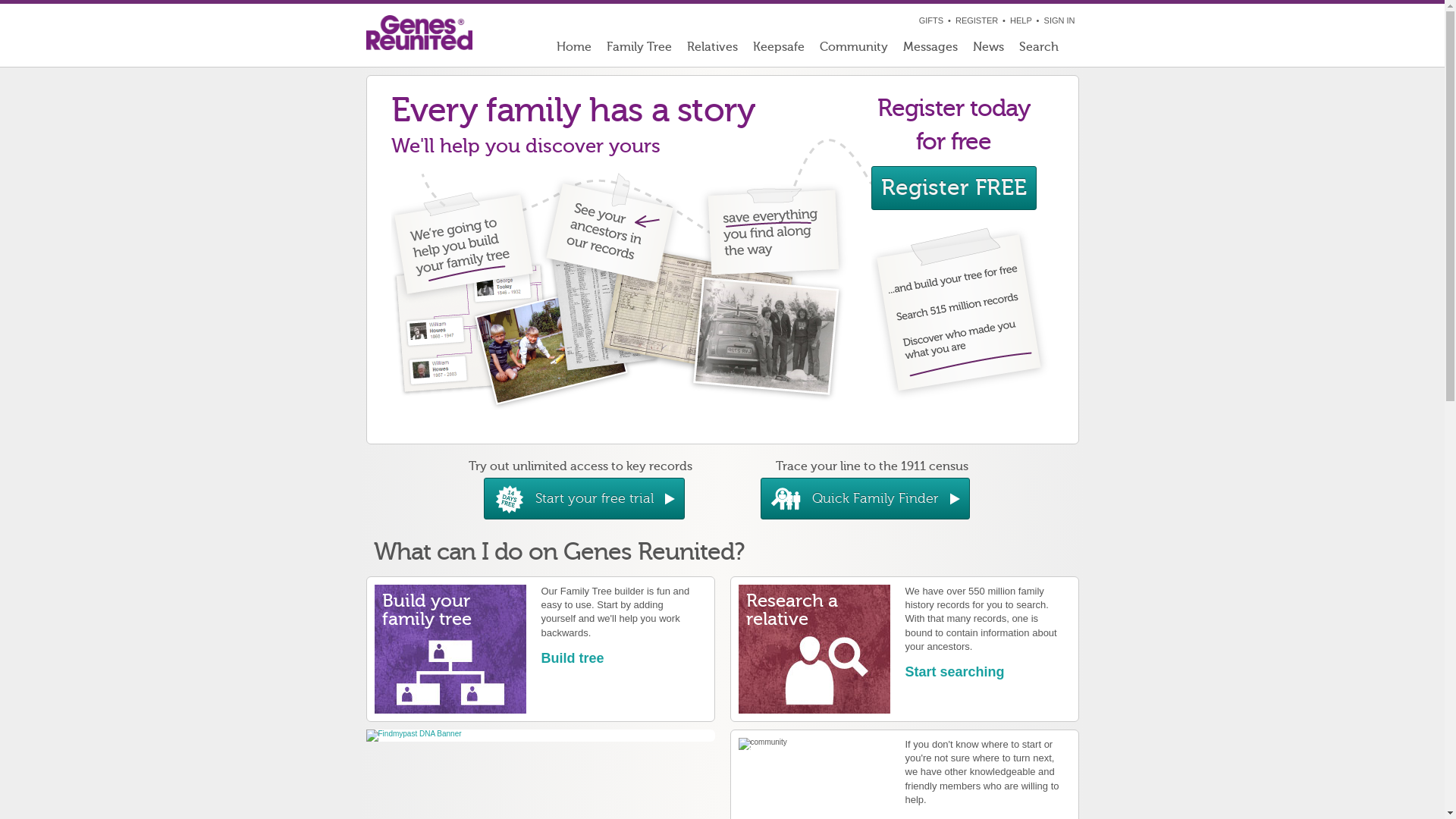  Describe the element at coordinates (864, 498) in the screenshot. I see `'Quick Family Finder'` at that location.